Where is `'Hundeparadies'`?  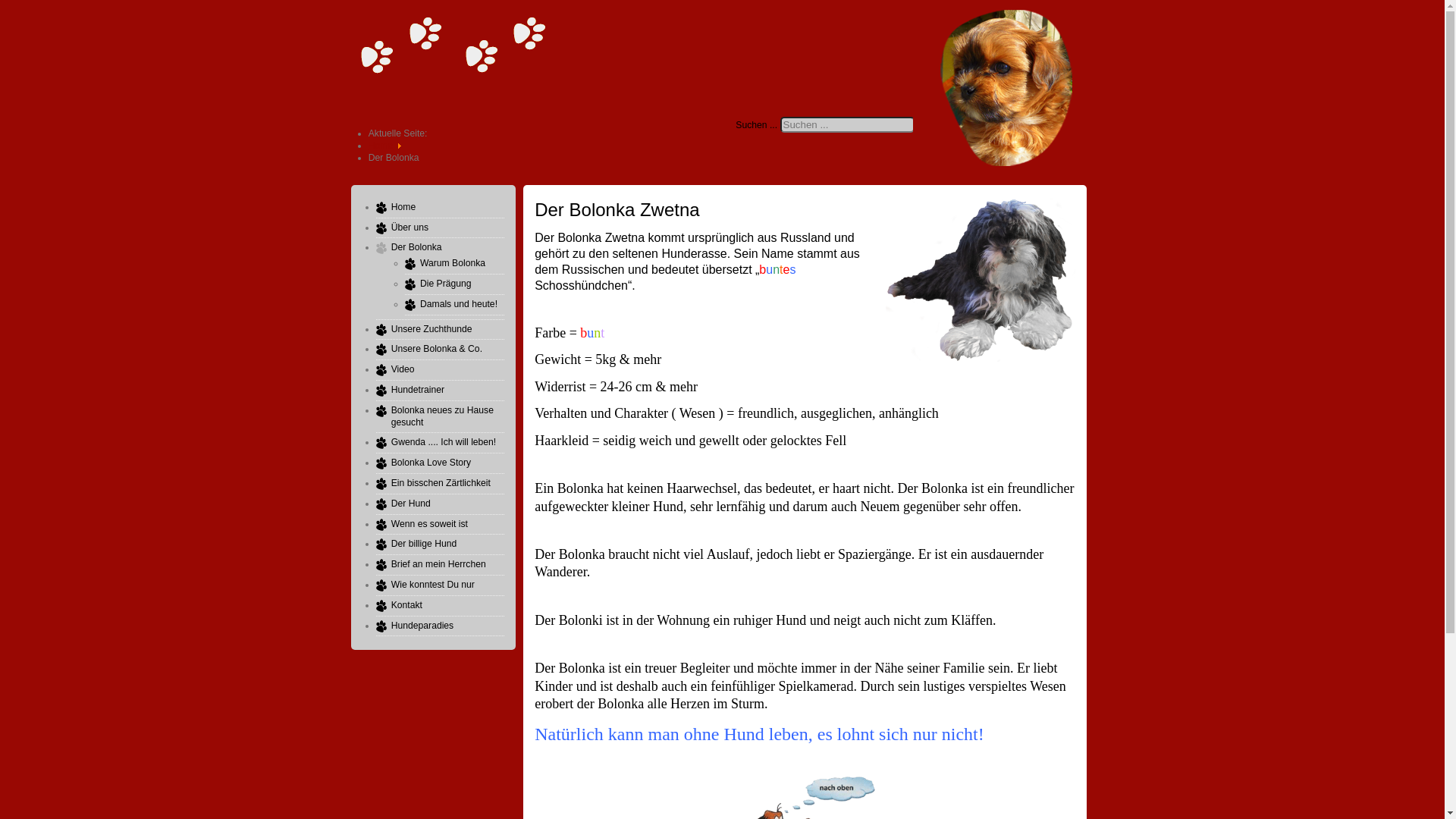
'Hundeparadies' is located at coordinates (422, 626).